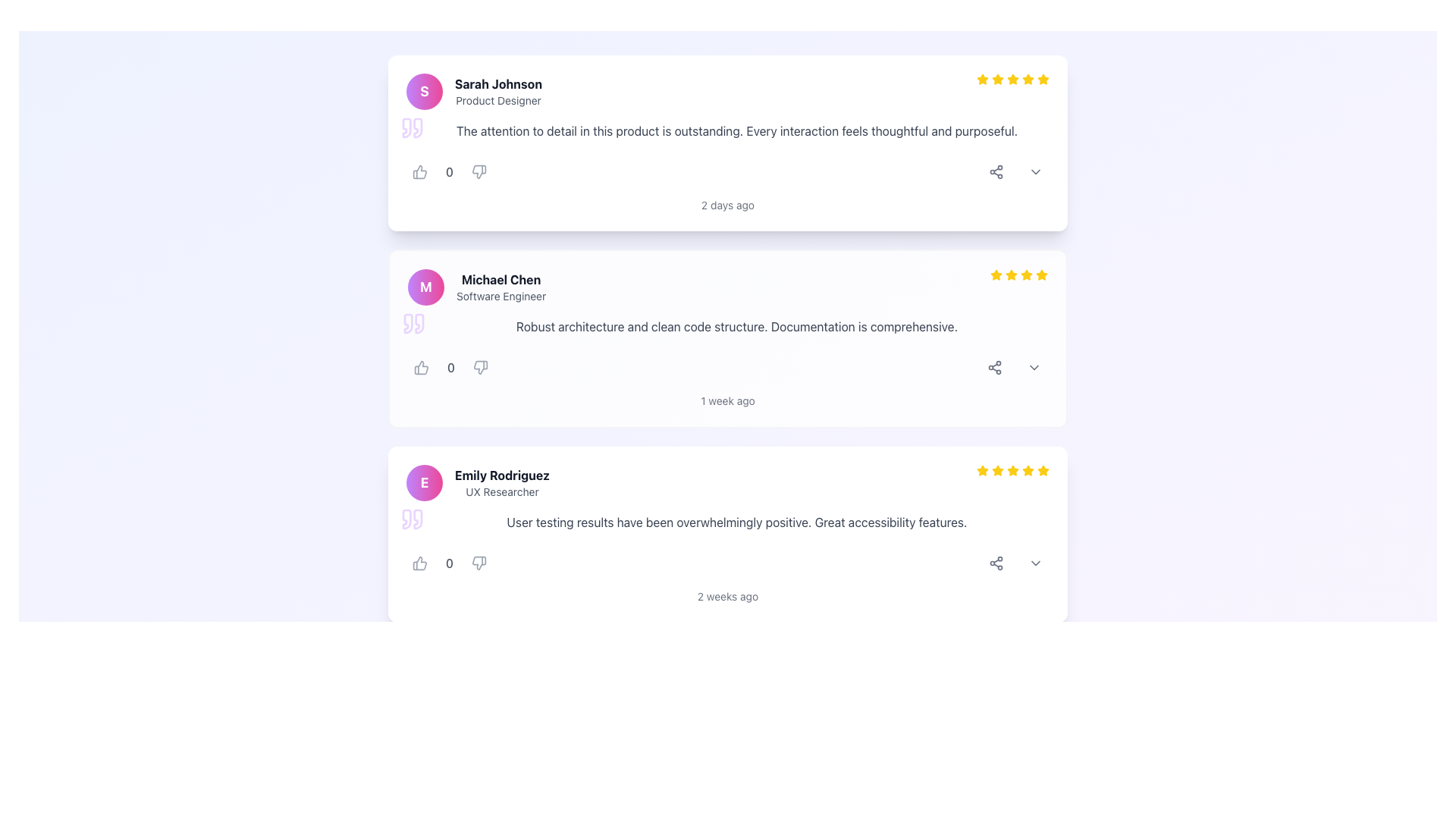 The height and width of the screenshot is (819, 1456). I want to click on the time reference text label located at the bottom of the user comment section, which is centered horizontally and provides context for the comment's posting time, so click(728, 400).